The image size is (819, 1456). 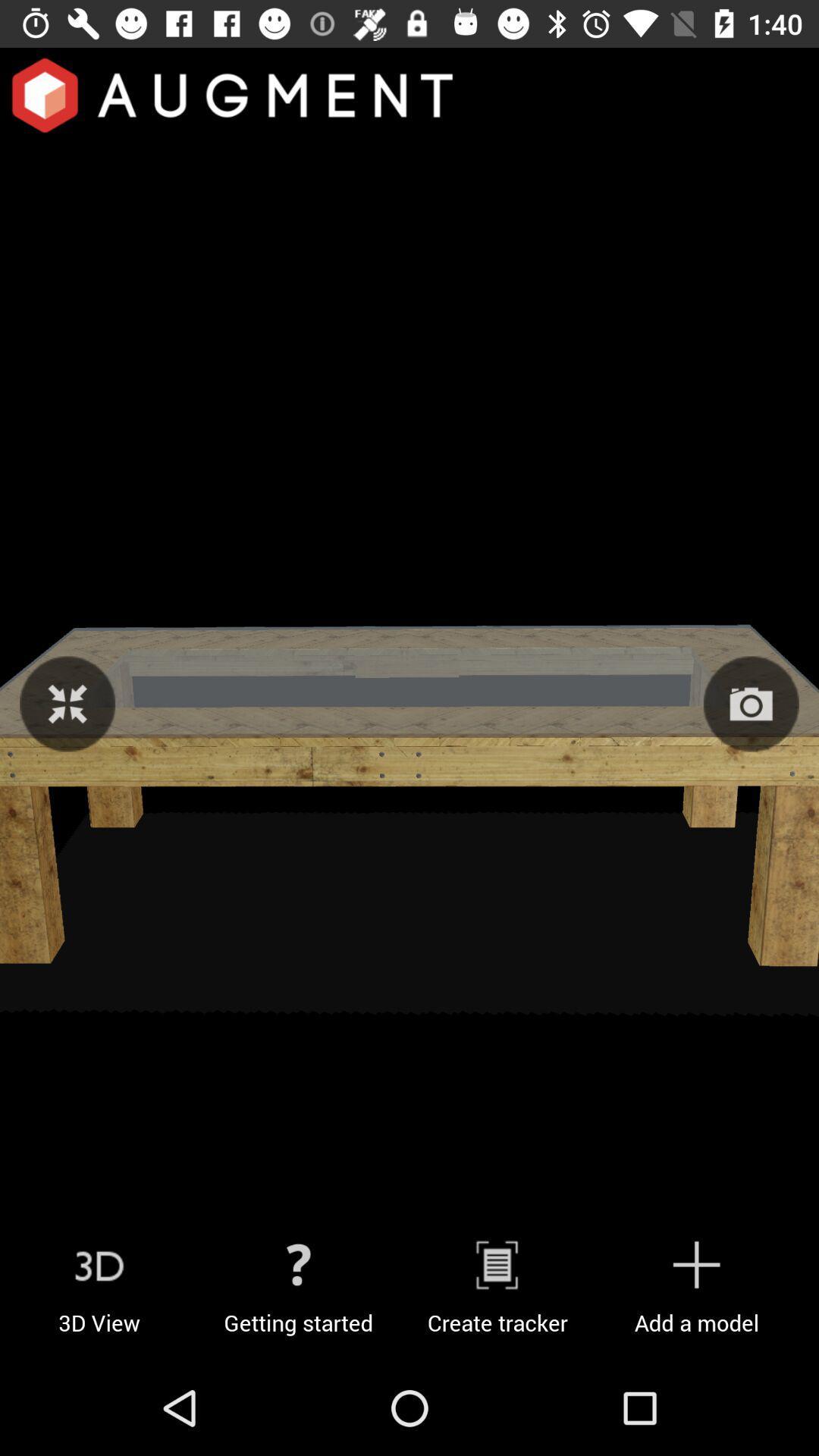 What do you see at coordinates (751, 703) in the screenshot?
I see `take a photo` at bounding box center [751, 703].